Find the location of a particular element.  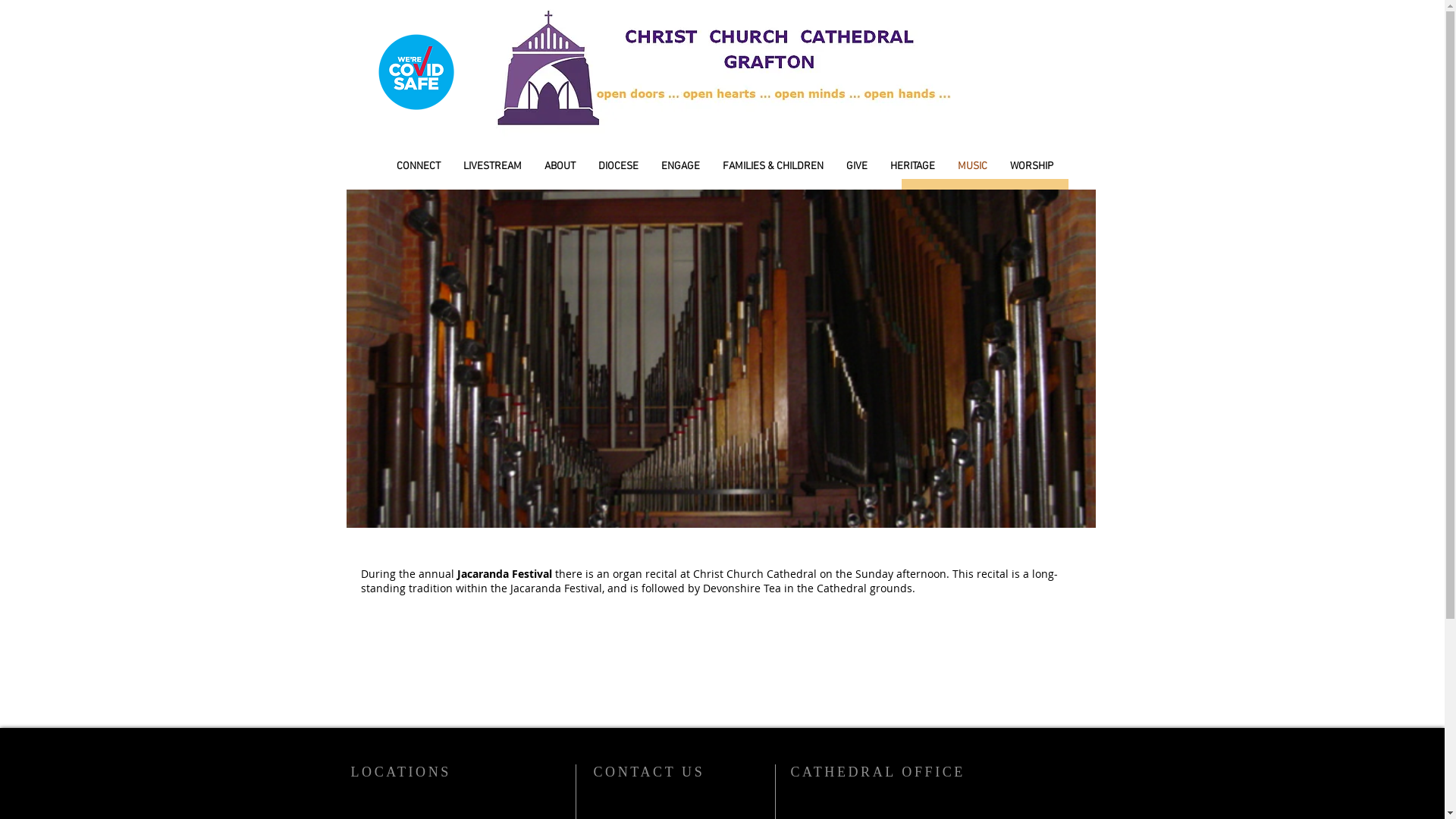

'WORSHIP' is located at coordinates (1031, 166).